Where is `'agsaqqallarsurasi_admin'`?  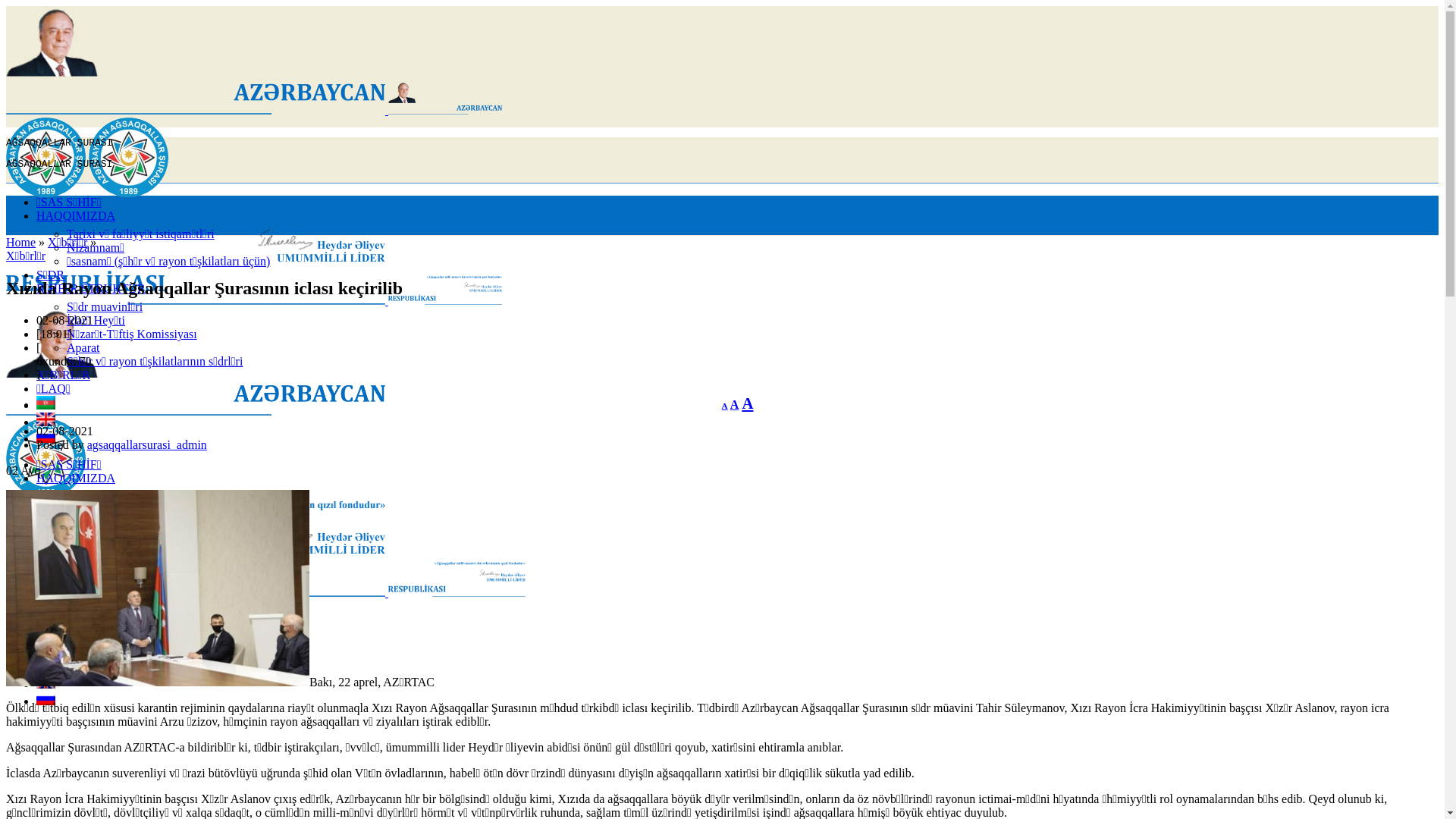
'agsaqqallarsurasi_admin' is located at coordinates (86, 444).